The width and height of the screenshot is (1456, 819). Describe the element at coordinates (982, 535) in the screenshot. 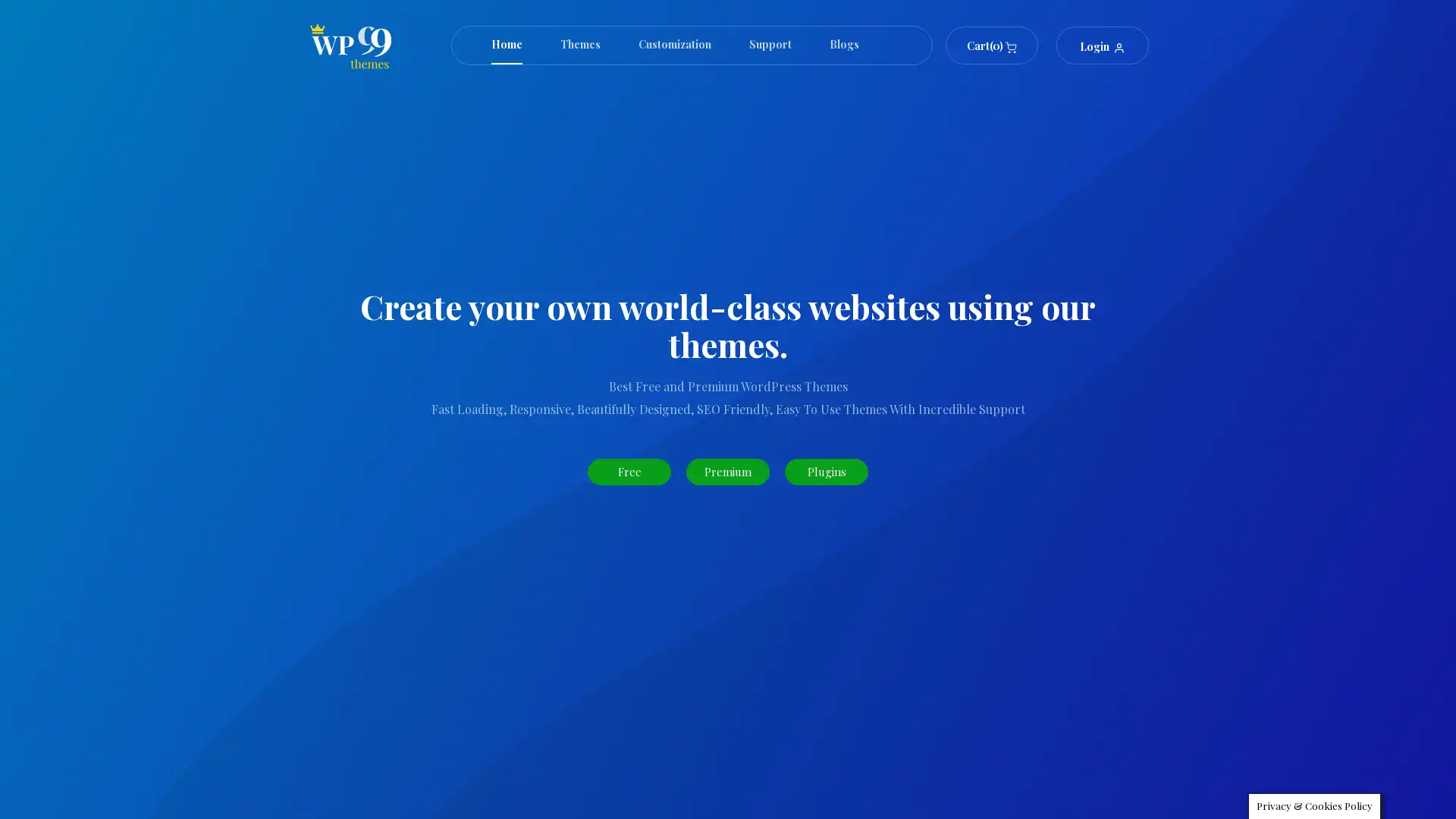

I see `Search` at that location.